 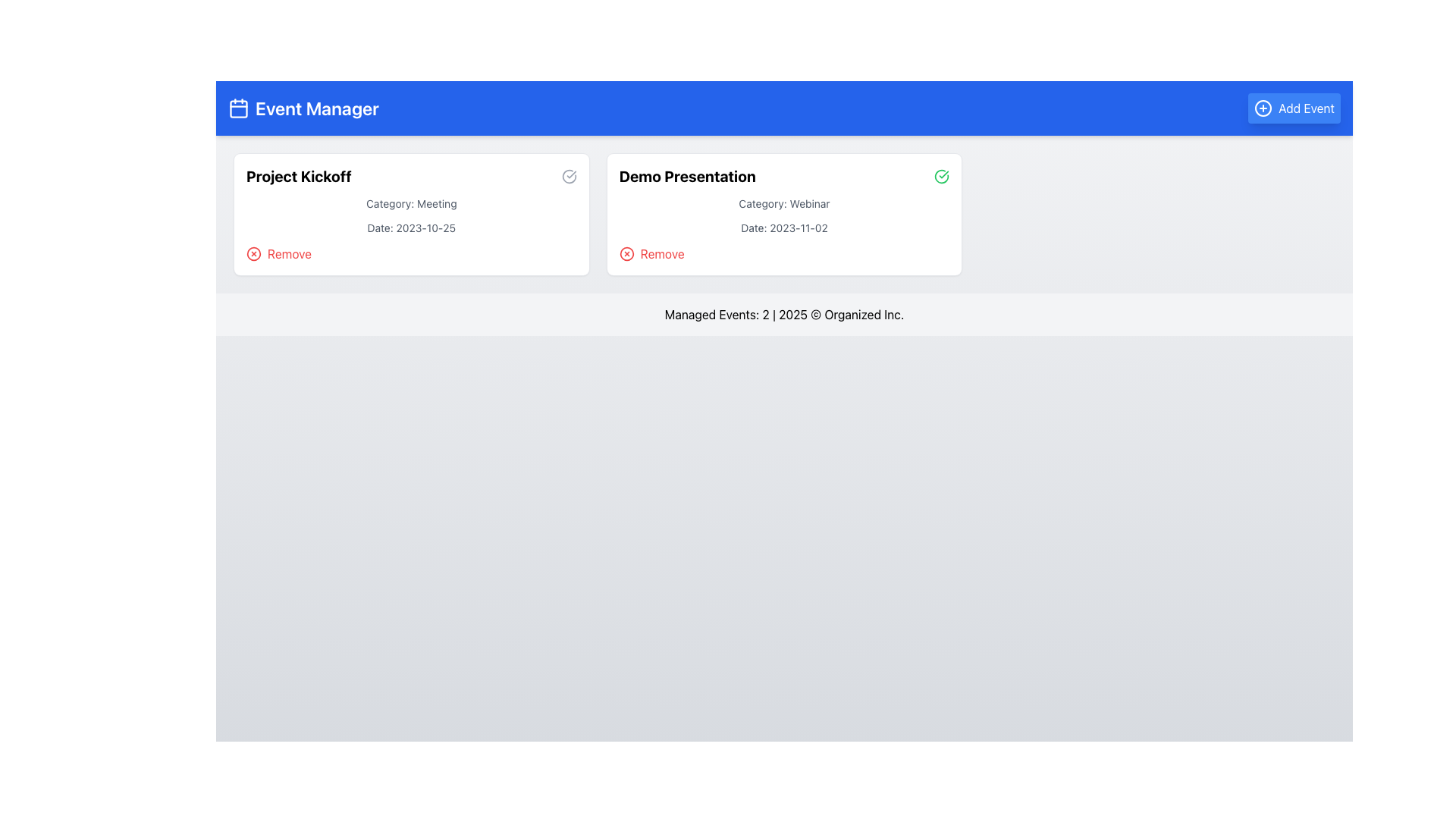 What do you see at coordinates (411, 227) in the screenshot?
I see `the date text label located below the 'Category: Meeting' text within the 'Project Kickoff' card, which provides scheduling context` at bounding box center [411, 227].